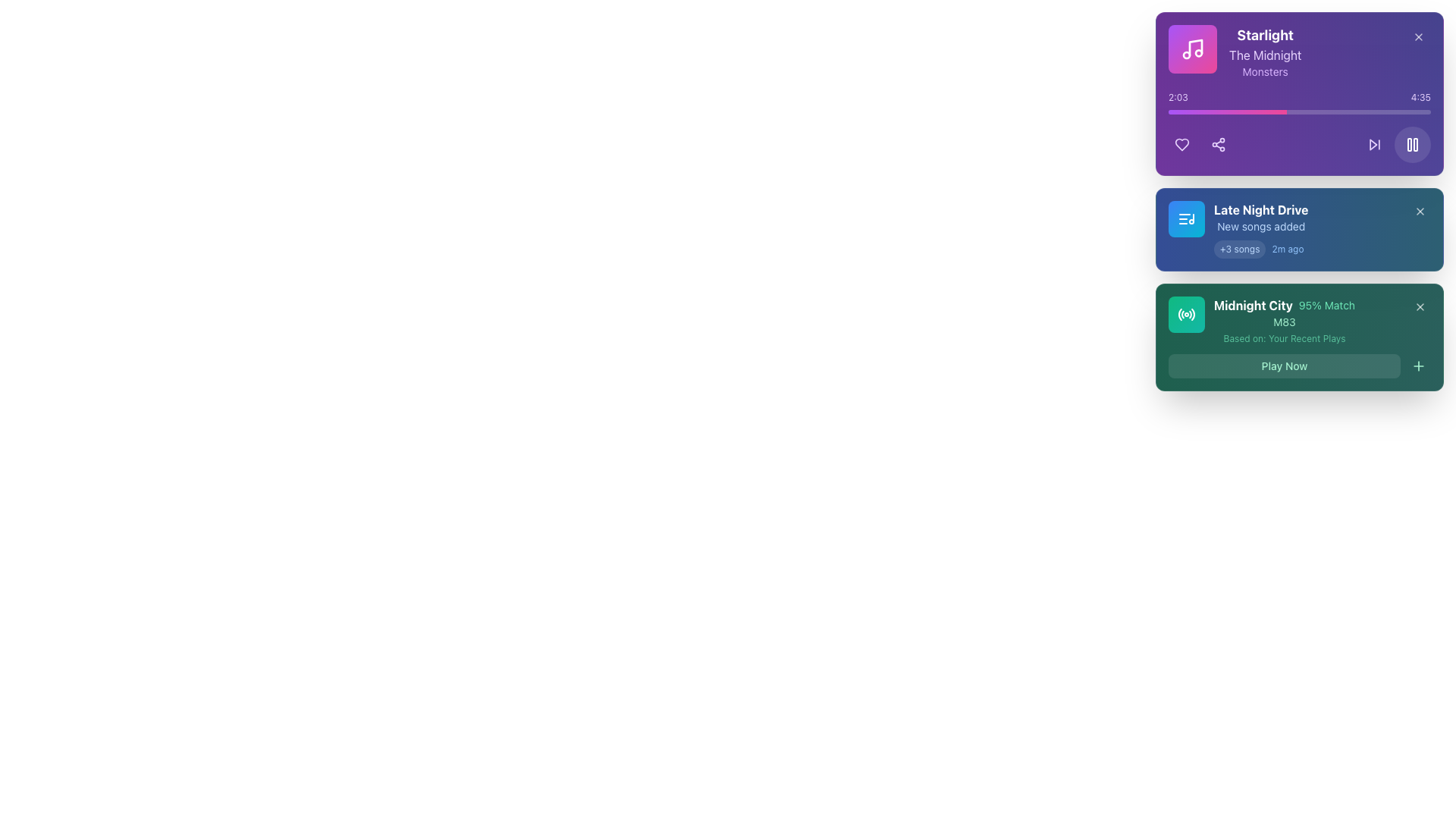 This screenshot has height=819, width=1456. Describe the element at coordinates (1261, 248) in the screenshot. I see `the Label element displaying '+3 songs' and '2m ago', located at the bottom of the 'Late Night Drive' card` at that location.